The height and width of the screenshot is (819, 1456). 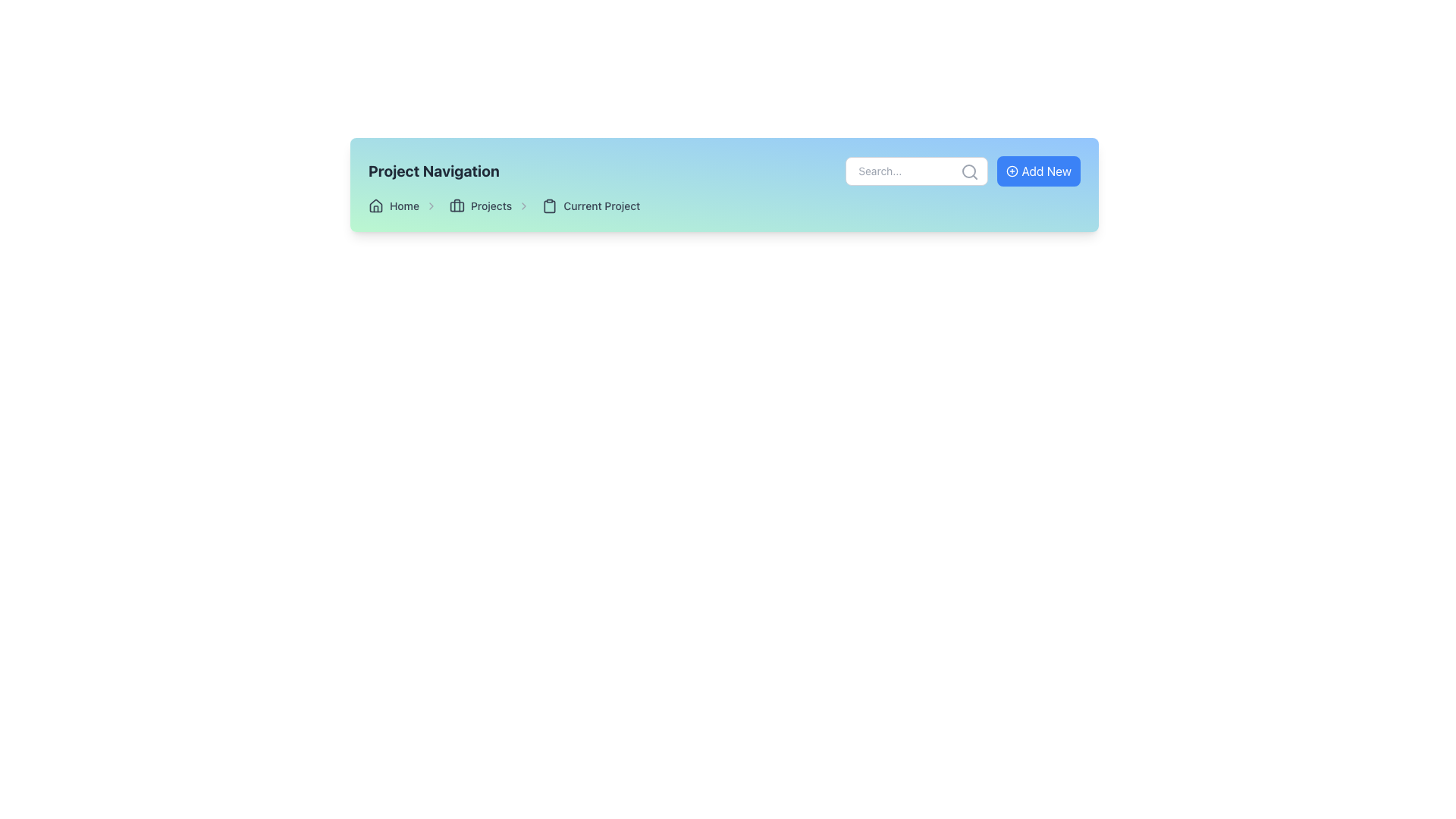 I want to click on the Static Text Display element that shows the phrase 'Project Navigation', which is styled in bold, large dark gray font against a gradient blue to green header bar, so click(x=433, y=171).